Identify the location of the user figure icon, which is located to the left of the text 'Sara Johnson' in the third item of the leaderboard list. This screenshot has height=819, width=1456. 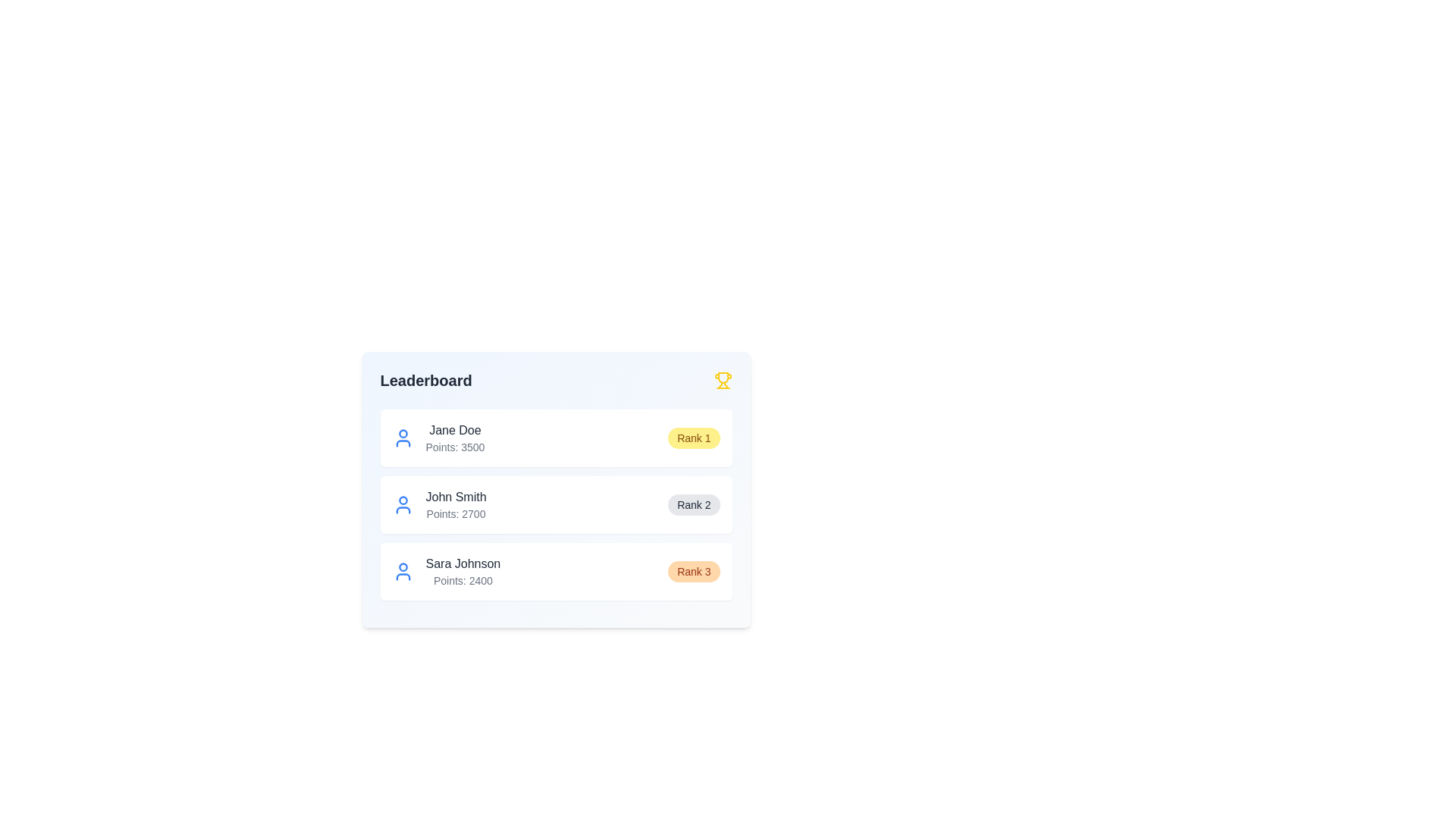
(403, 571).